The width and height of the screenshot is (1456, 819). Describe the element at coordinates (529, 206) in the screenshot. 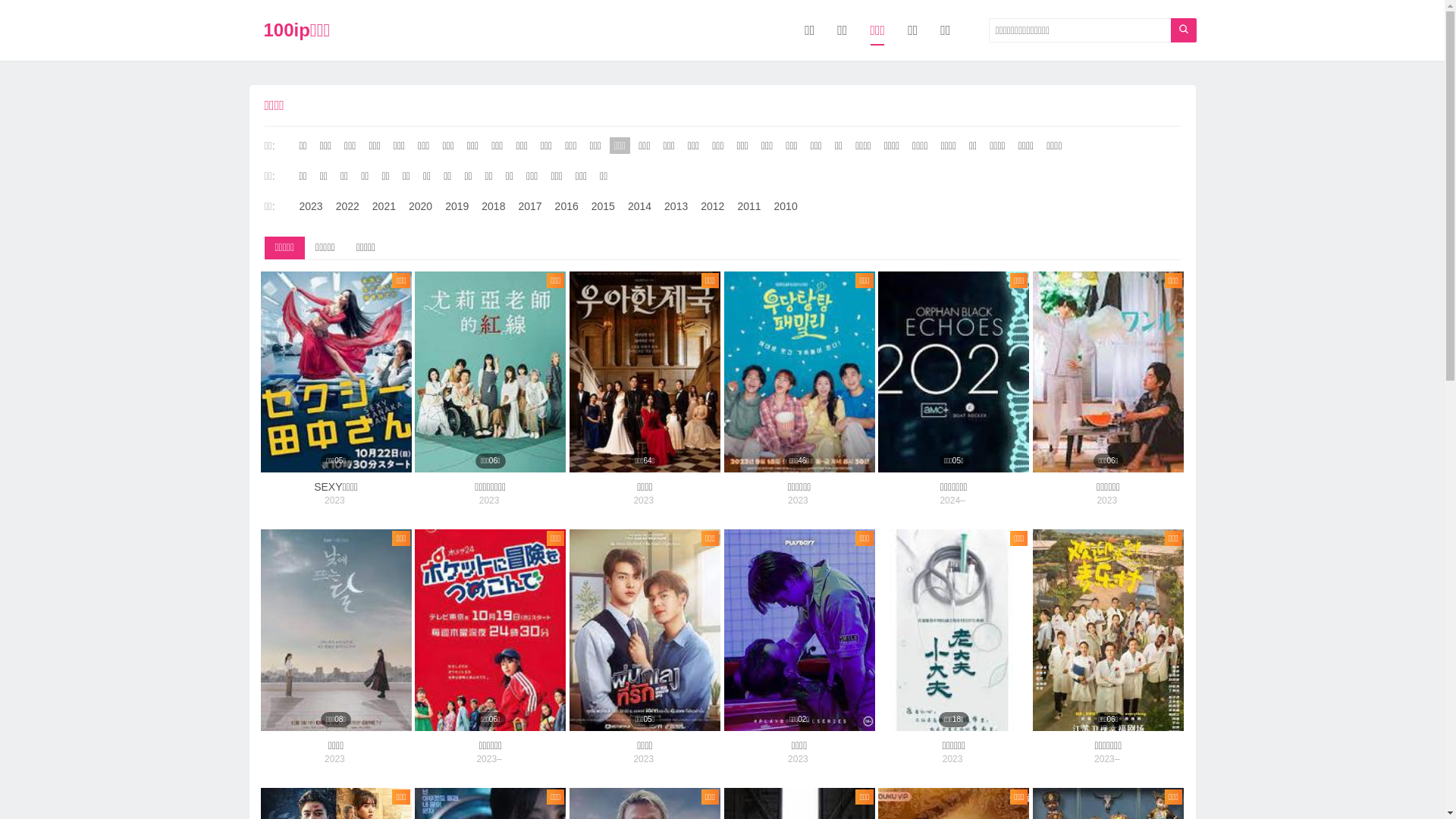

I see `'2017'` at that location.